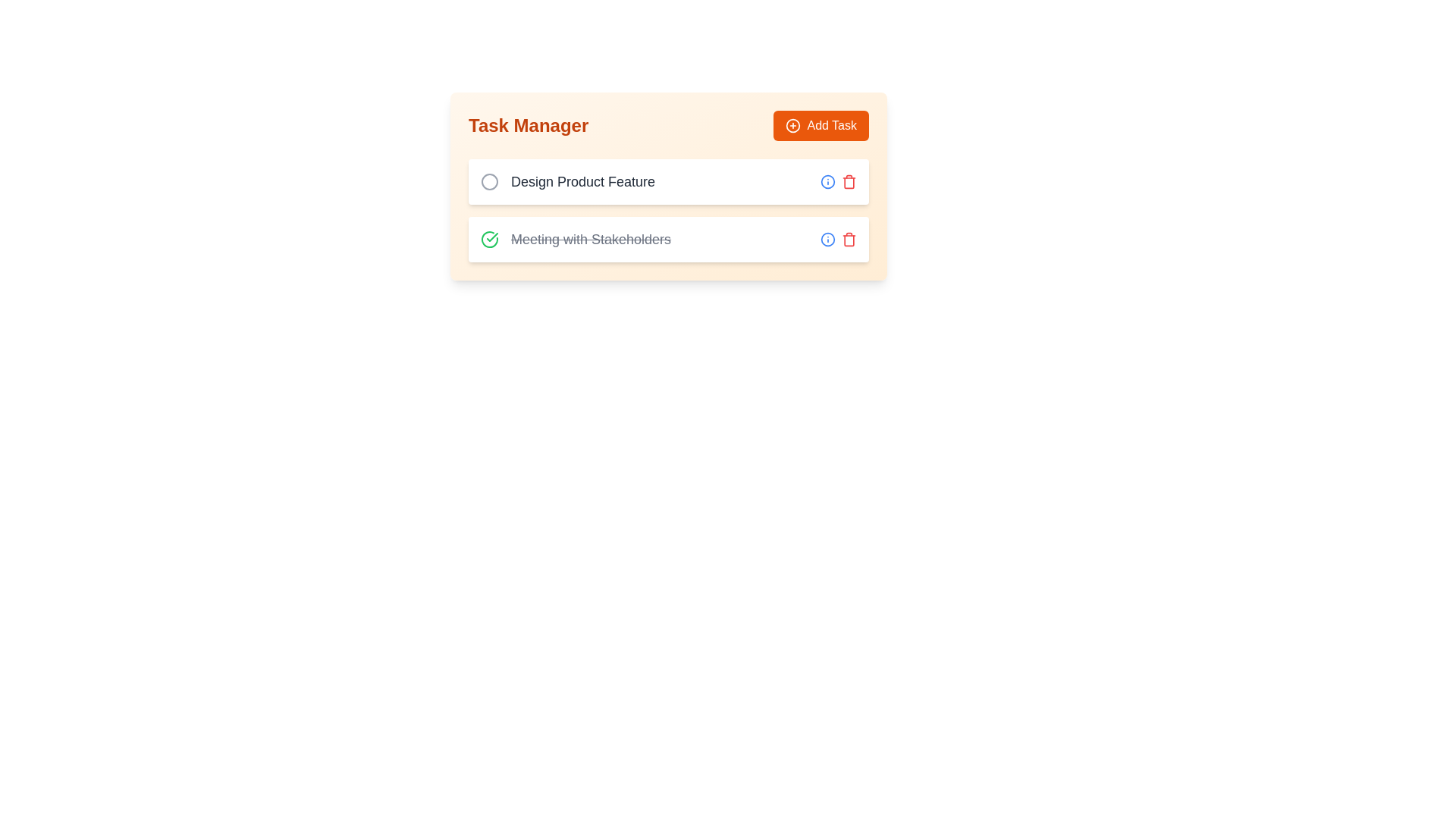 The image size is (1456, 819). What do you see at coordinates (566, 180) in the screenshot?
I see `the task item display` at bounding box center [566, 180].